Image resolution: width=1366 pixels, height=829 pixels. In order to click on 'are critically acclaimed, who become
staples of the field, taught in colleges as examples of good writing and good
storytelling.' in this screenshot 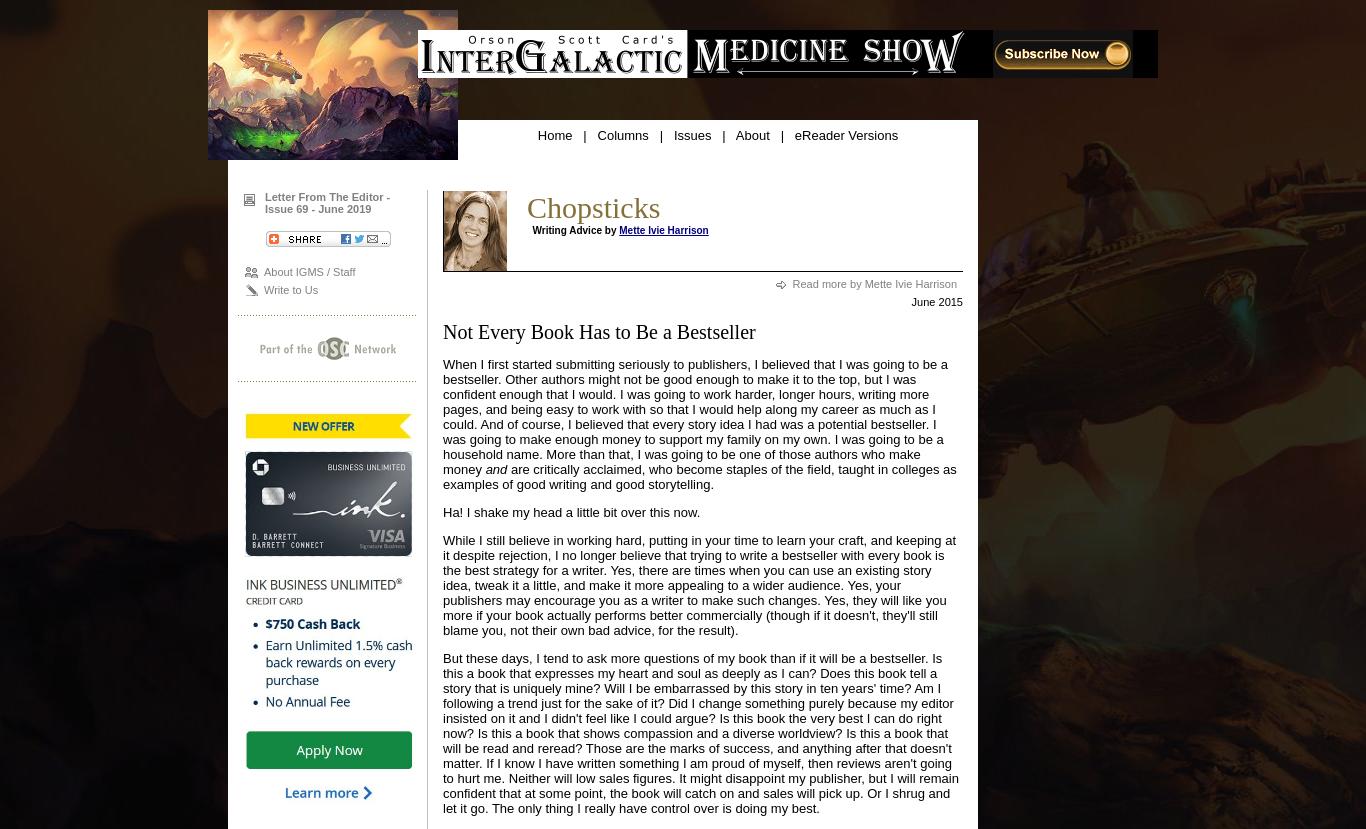, I will do `click(441, 477)`.